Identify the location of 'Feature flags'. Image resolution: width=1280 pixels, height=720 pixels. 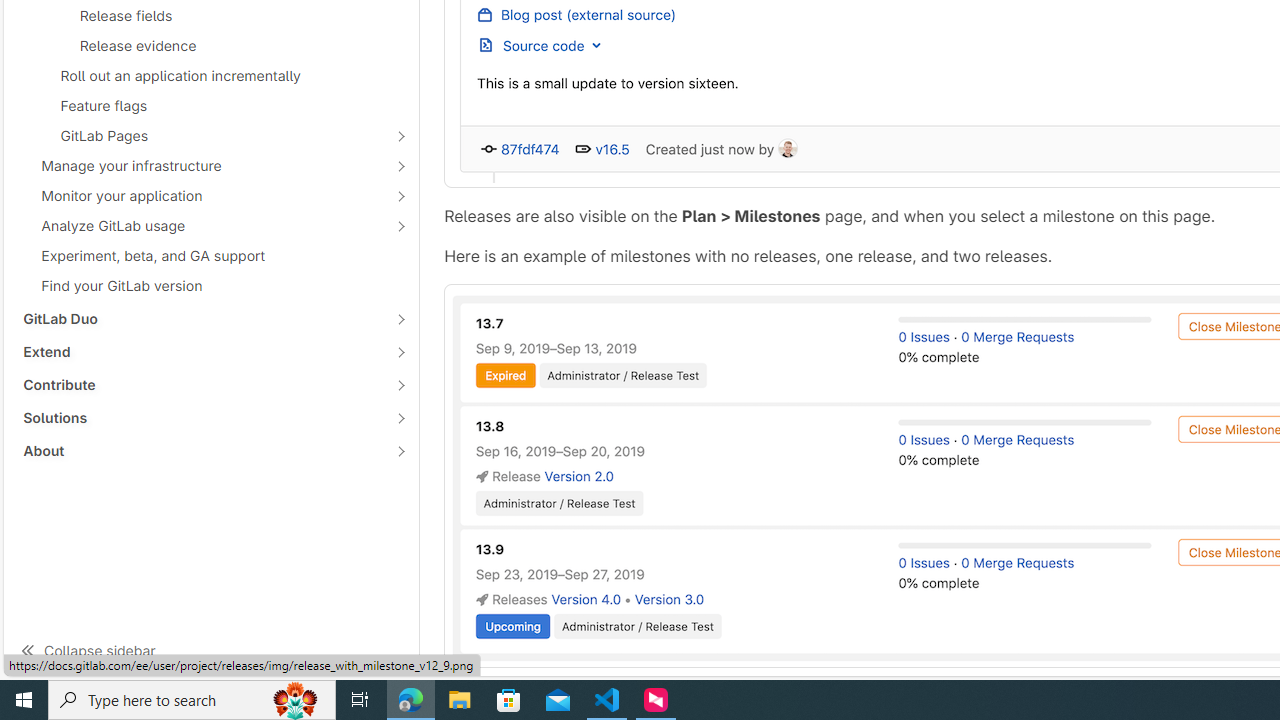
(211, 105).